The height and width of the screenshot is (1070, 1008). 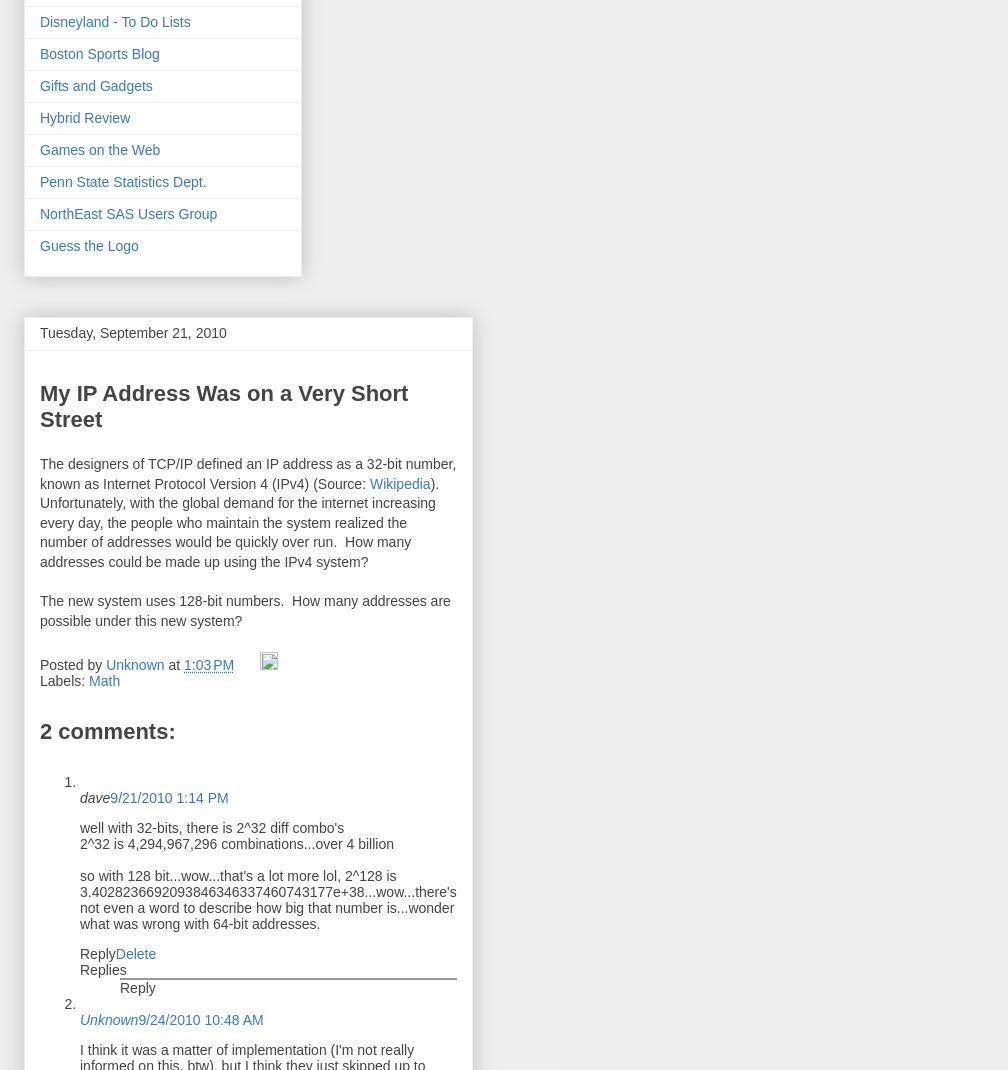 What do you see at coordinates (80, 875) in the screenshot?
I see `'so with 128 bit...wow...that's a lot more lol, 2^128 is'` at bounding box center [80, 875].